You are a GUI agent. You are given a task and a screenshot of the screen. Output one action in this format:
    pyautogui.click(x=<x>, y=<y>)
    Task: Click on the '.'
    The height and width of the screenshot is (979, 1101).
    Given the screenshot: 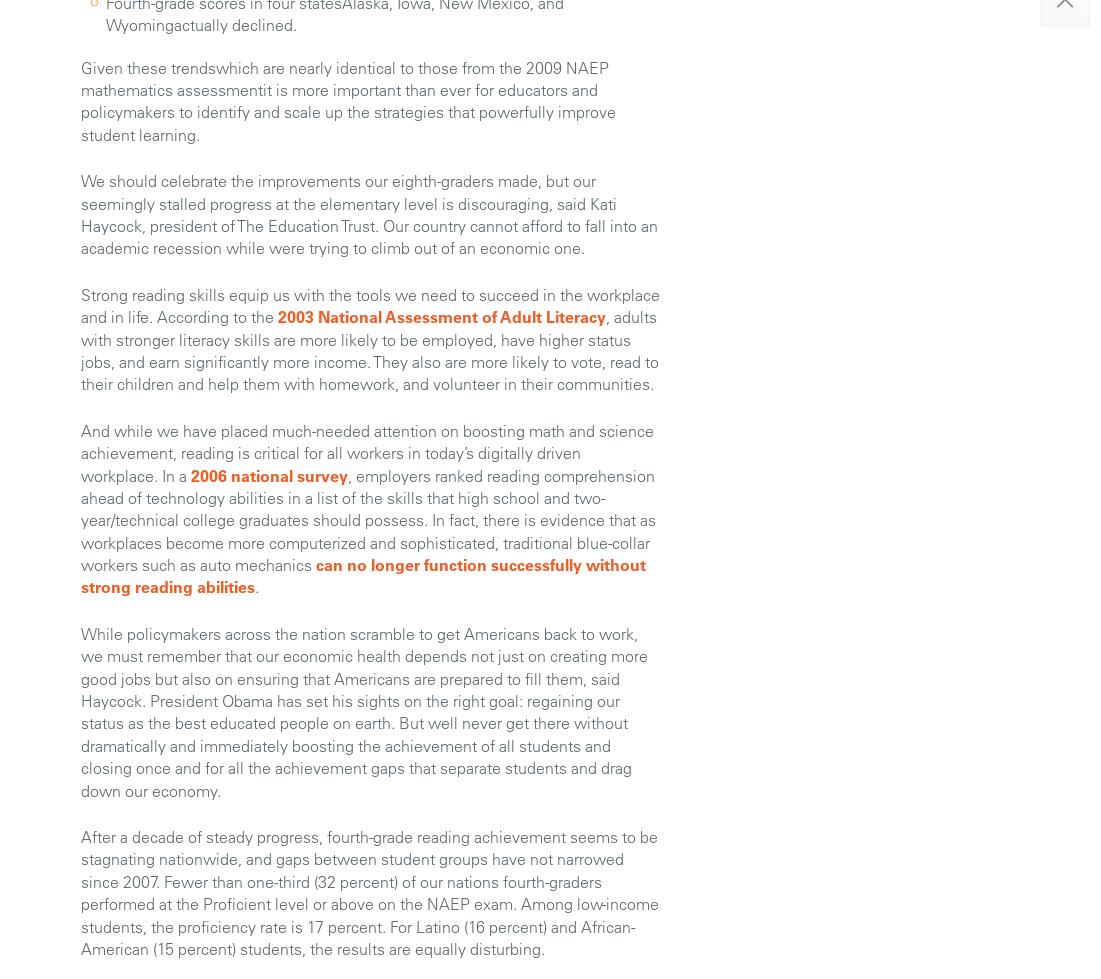 What is the action you would take?
    pyautogui.click(x=255, y=586)
    